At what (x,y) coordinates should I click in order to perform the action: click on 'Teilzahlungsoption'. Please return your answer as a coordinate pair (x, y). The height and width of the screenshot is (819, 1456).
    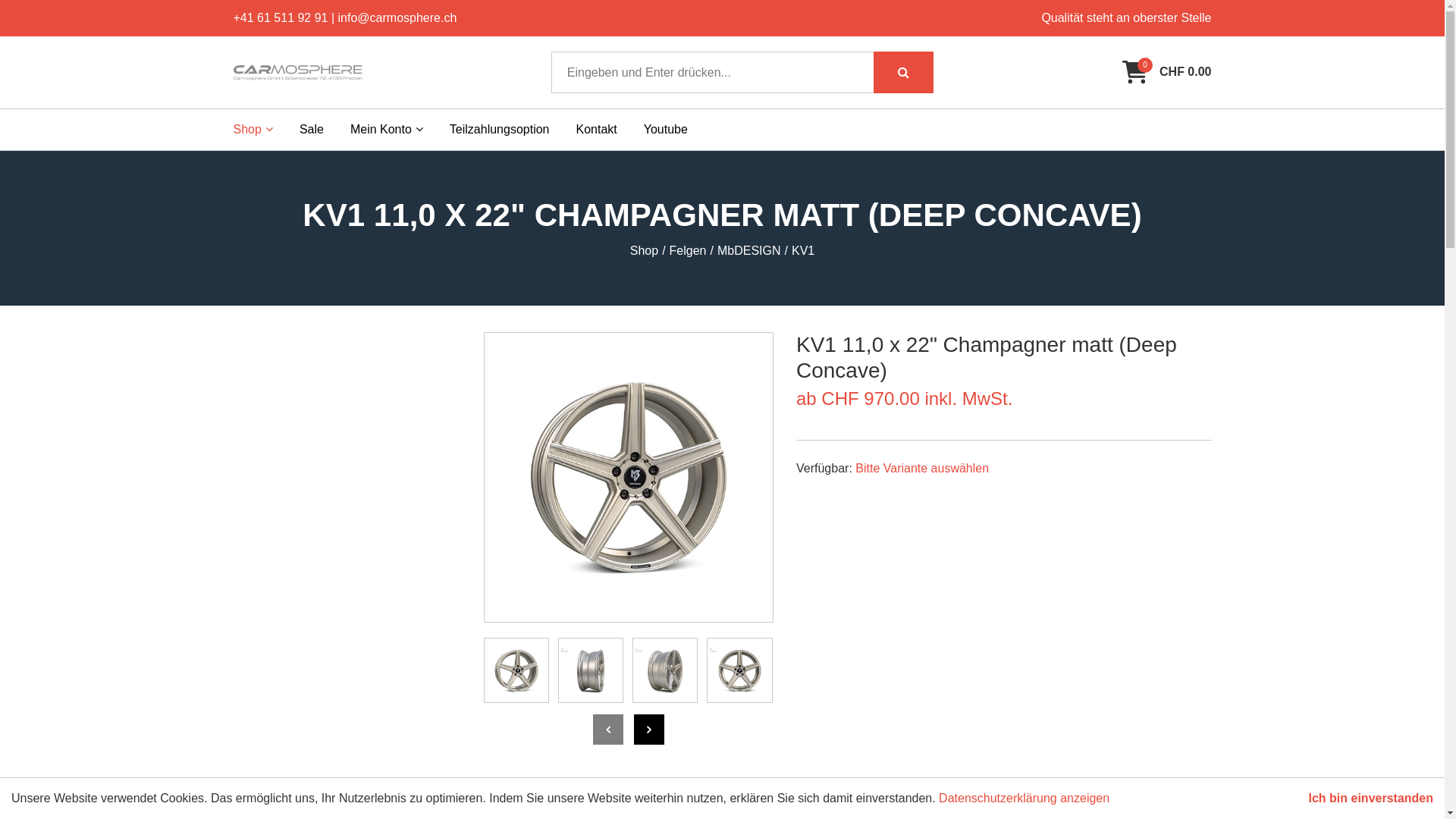
    Looking at the image, I should click on (449, 128).